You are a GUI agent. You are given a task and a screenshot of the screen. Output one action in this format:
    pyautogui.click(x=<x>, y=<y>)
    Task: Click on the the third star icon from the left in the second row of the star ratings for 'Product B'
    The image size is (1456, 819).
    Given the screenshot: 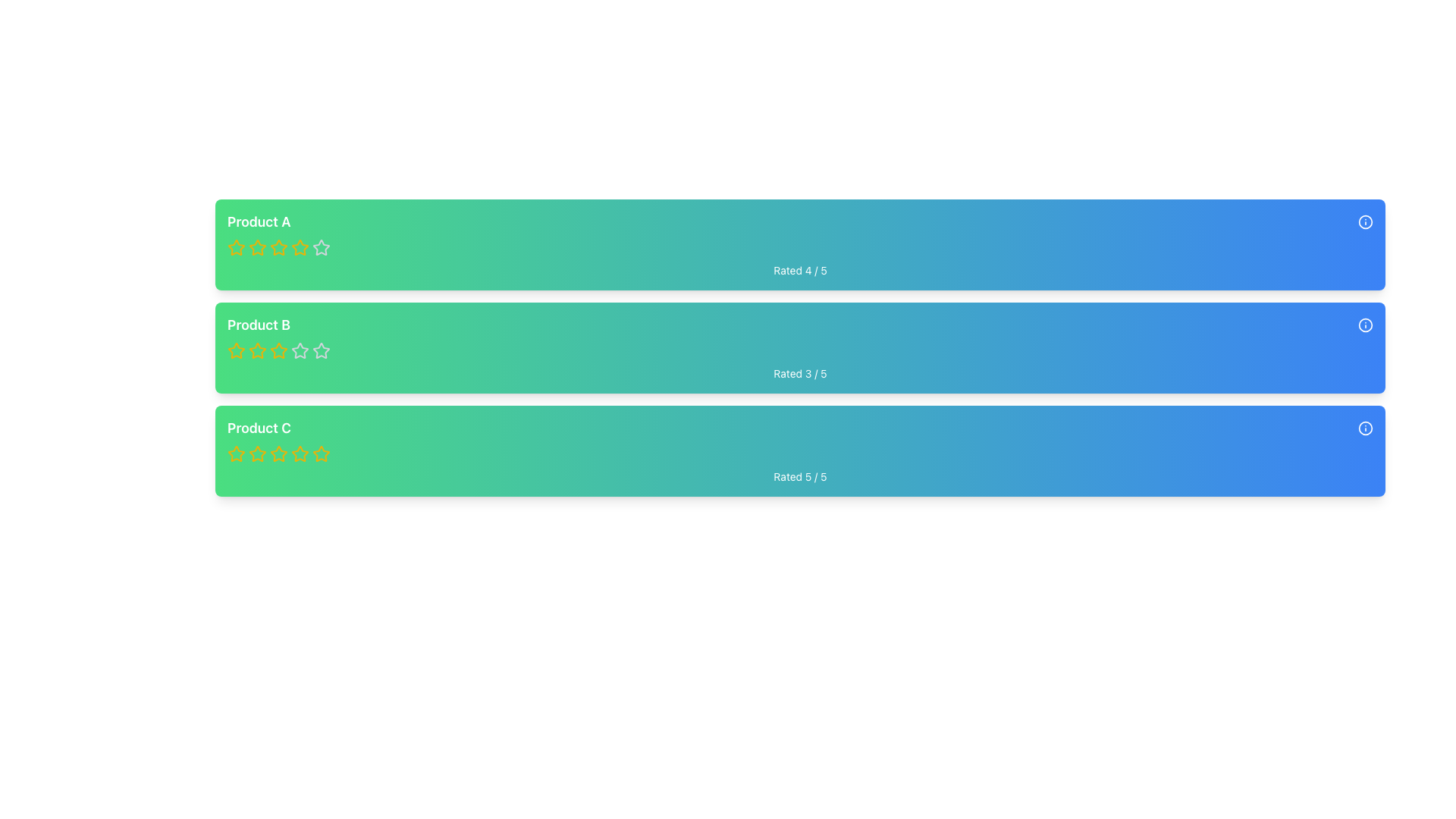 What is the action you would take?
    pyautogui.click(x=320, y=350)
    